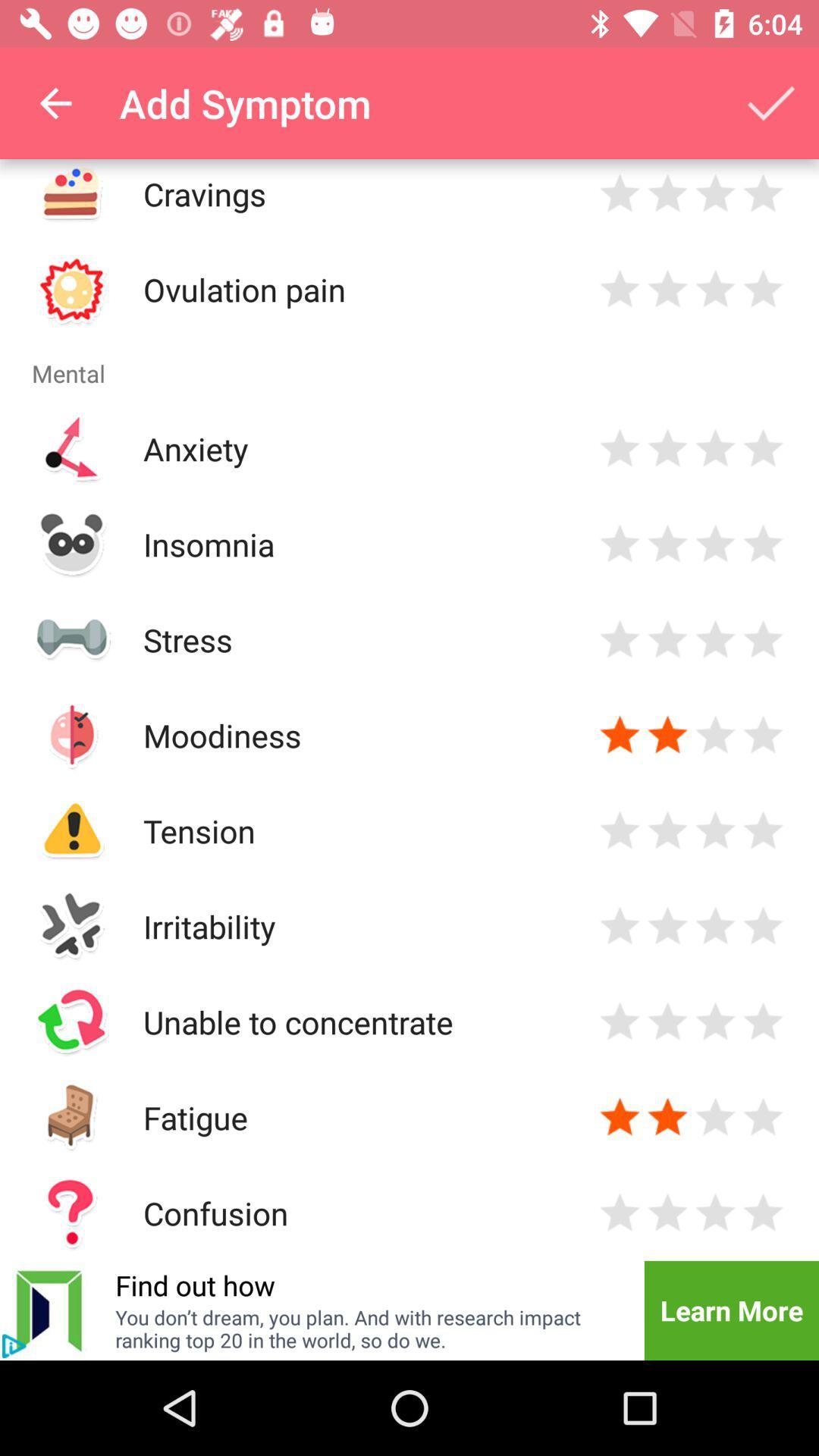  I want to click on rate the anxiety option, so click(620, 447).